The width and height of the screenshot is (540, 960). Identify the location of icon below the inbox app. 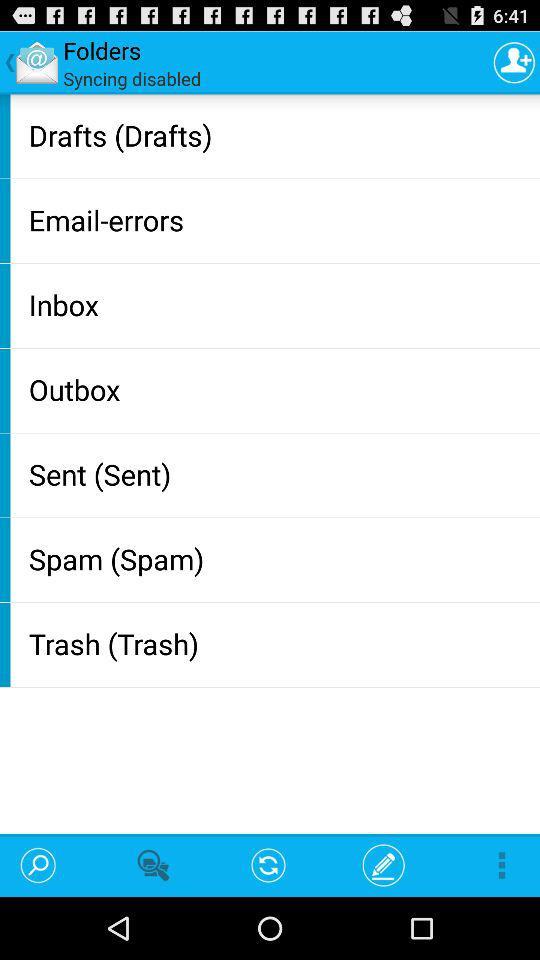
(279, 388).